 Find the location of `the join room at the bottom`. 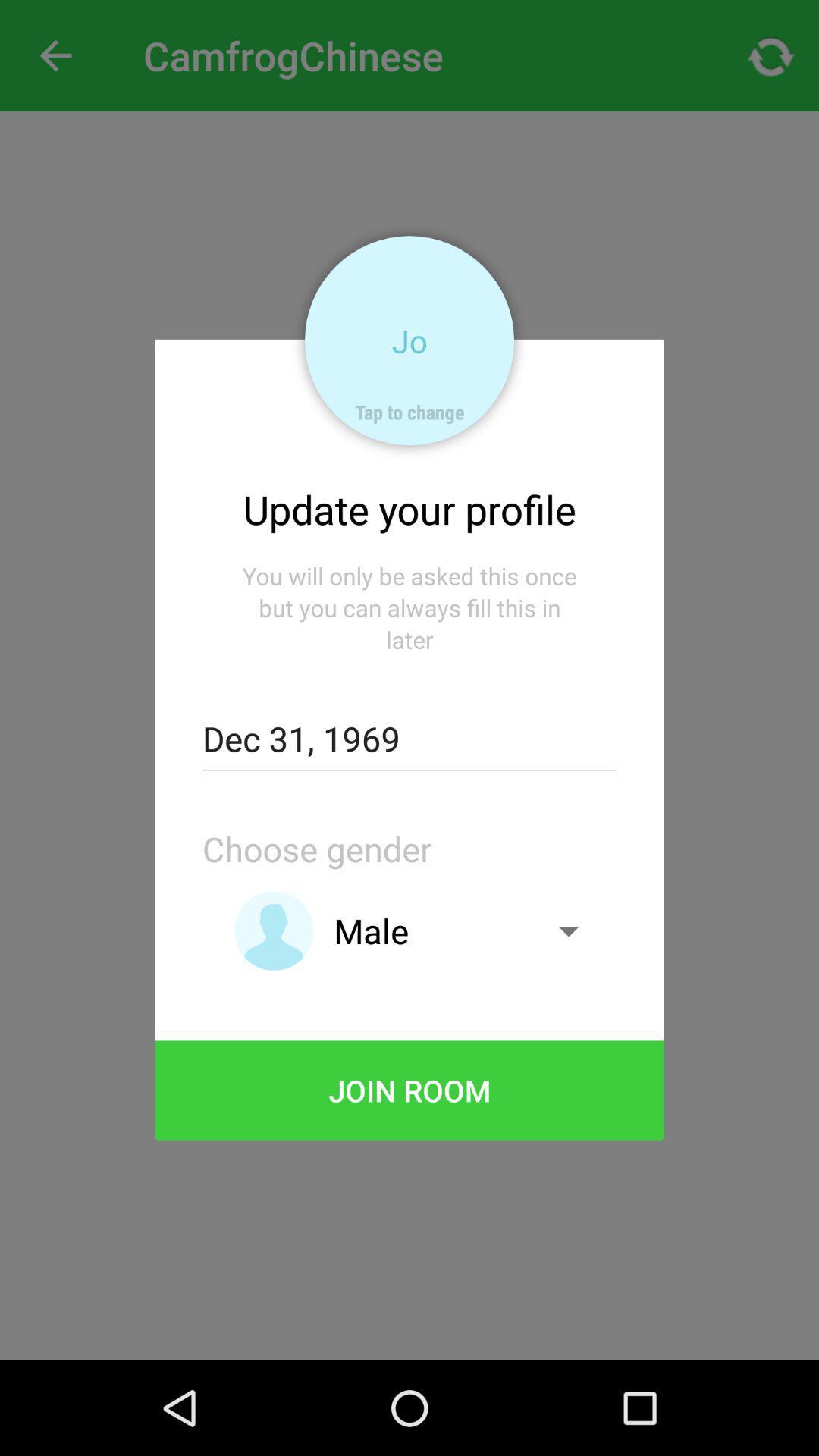

the join room at the bottom is located at coordinates (409, 1090).